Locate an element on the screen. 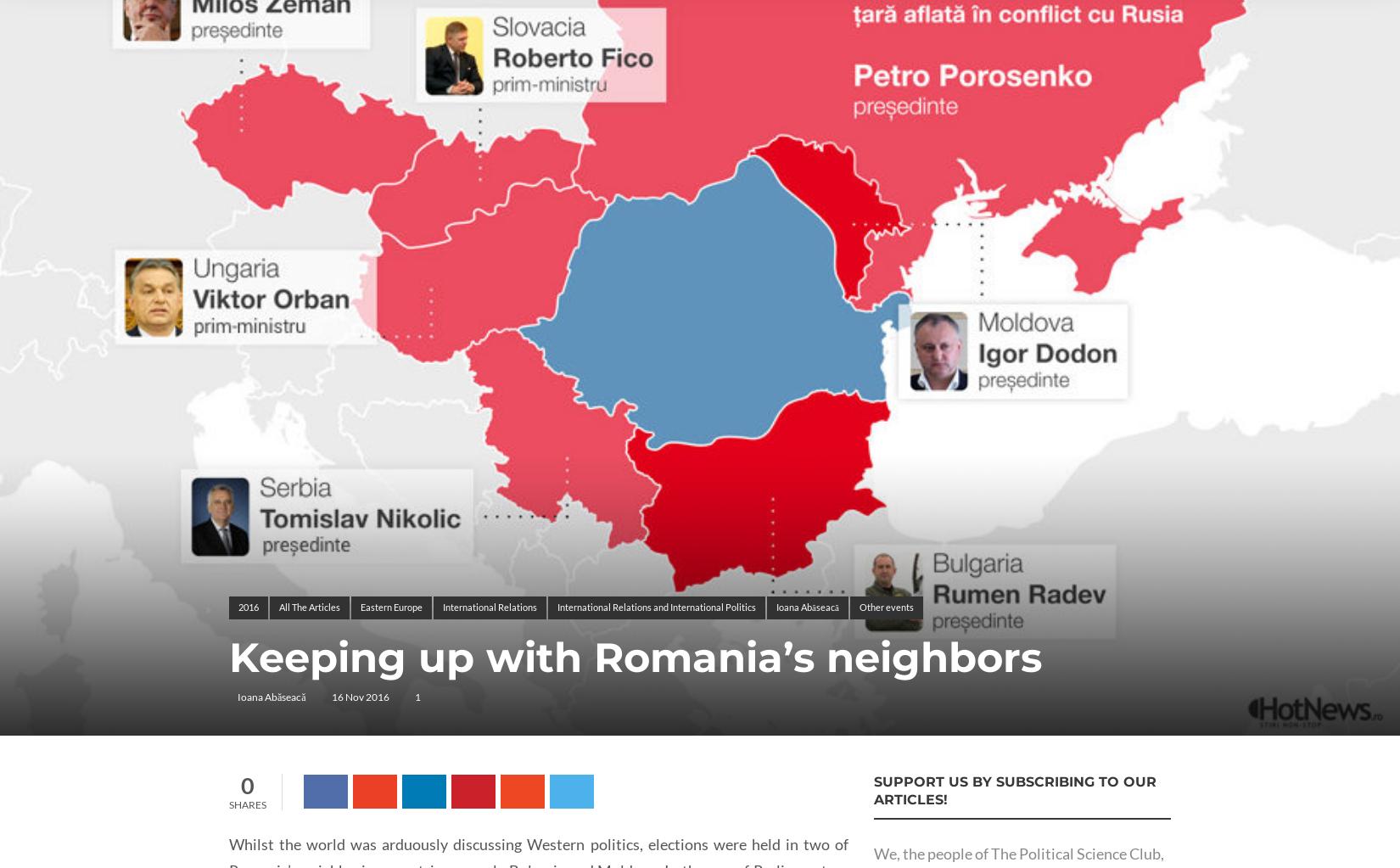  'Shares' is located at coordinates (248, 804).